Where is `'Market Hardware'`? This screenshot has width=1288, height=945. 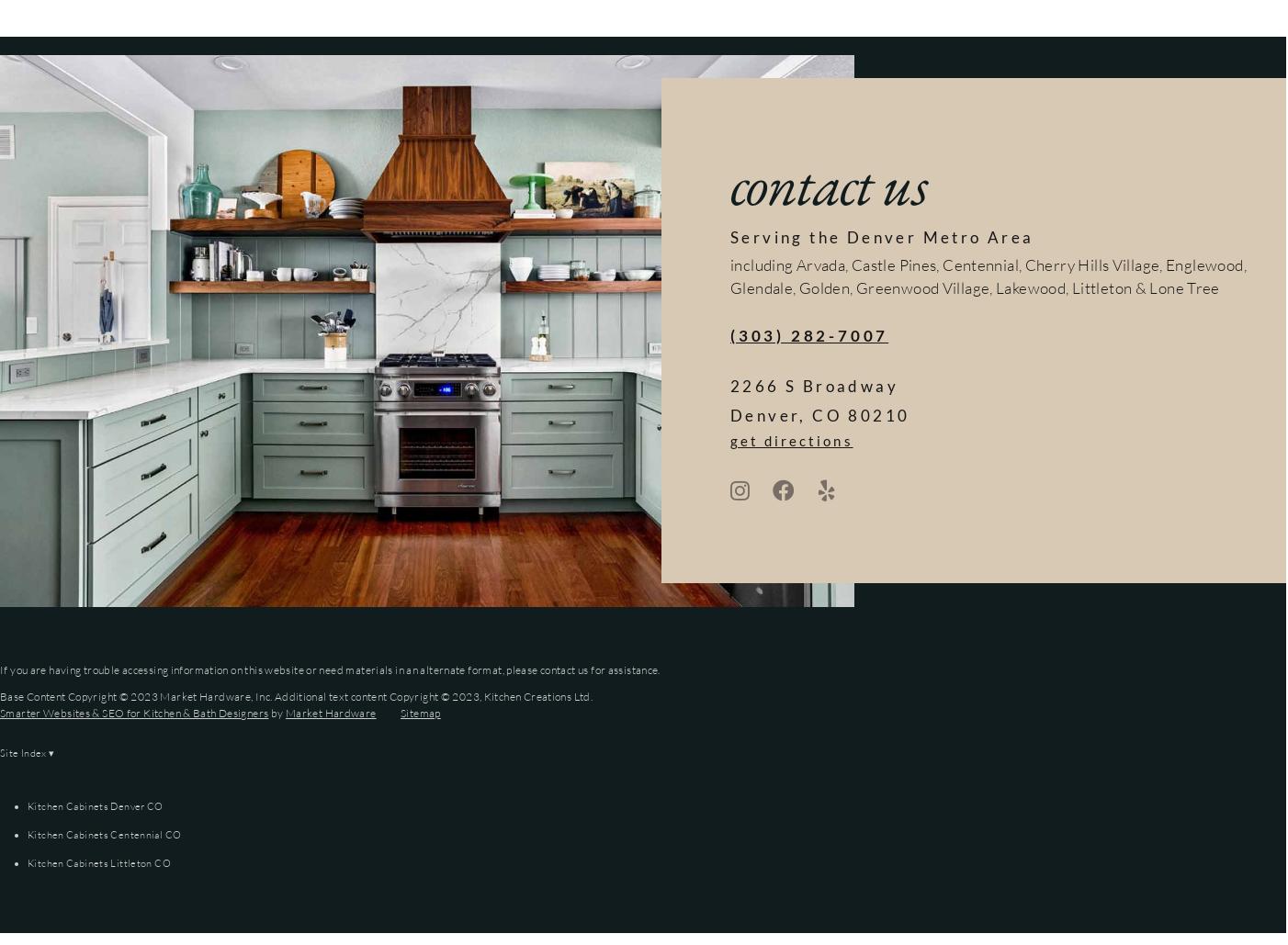 'Market Hardware' is located at coordinates (330, 712).